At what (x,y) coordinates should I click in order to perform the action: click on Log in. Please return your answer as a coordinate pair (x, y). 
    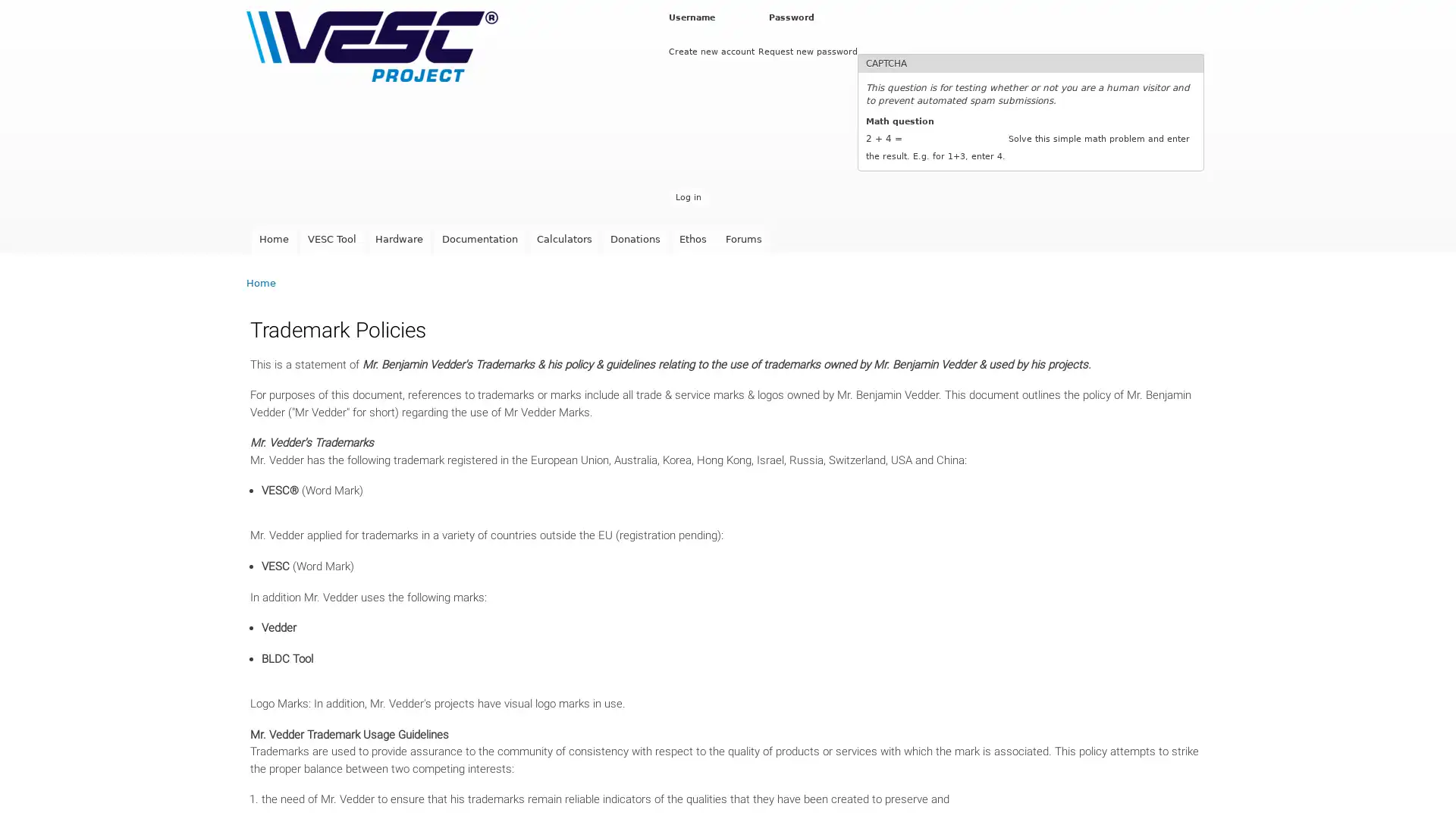
    Looking at the image, I should click on (687, 196).